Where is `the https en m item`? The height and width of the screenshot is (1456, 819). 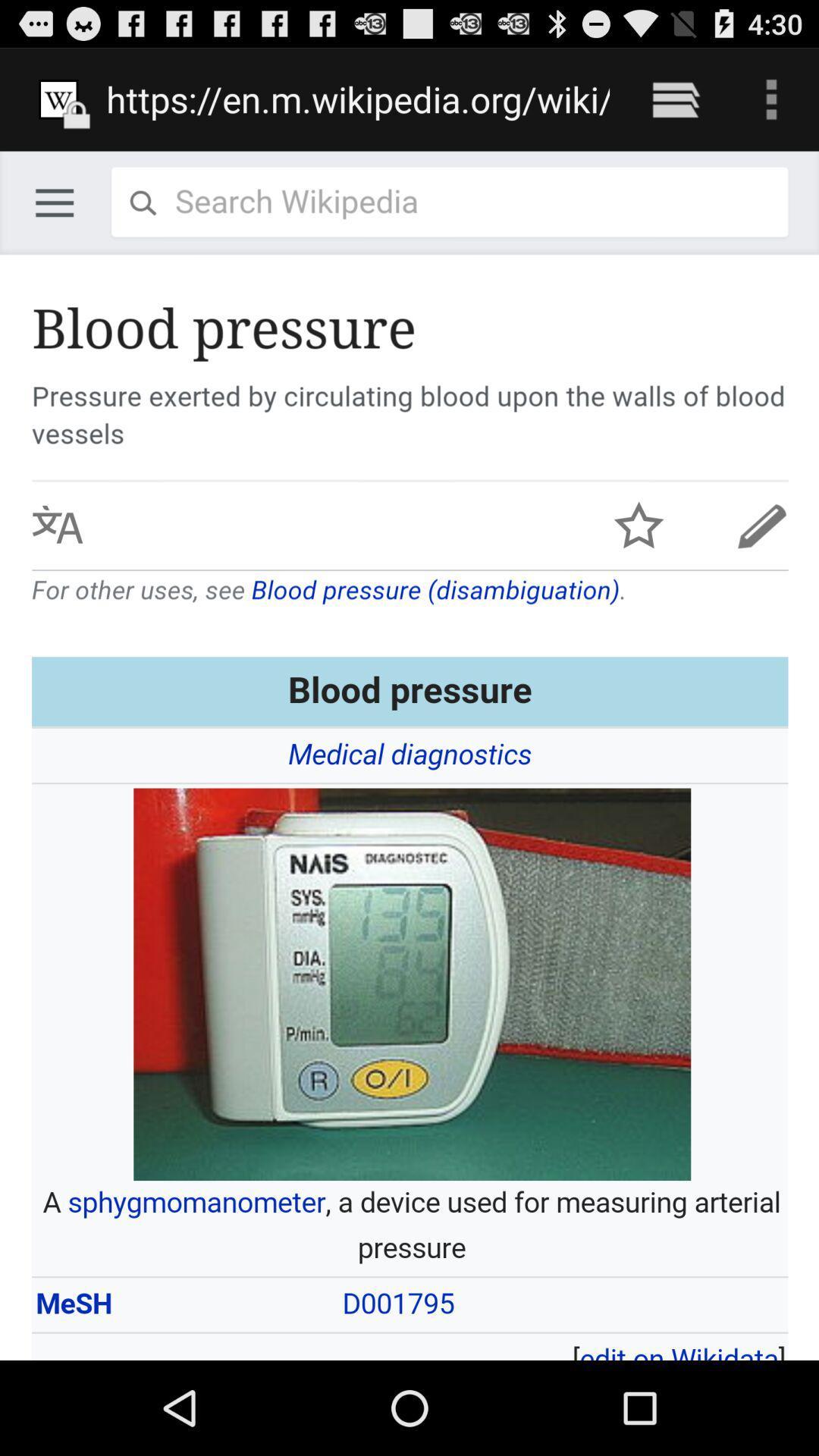
the https en m item is located at coordinates (358, 99).